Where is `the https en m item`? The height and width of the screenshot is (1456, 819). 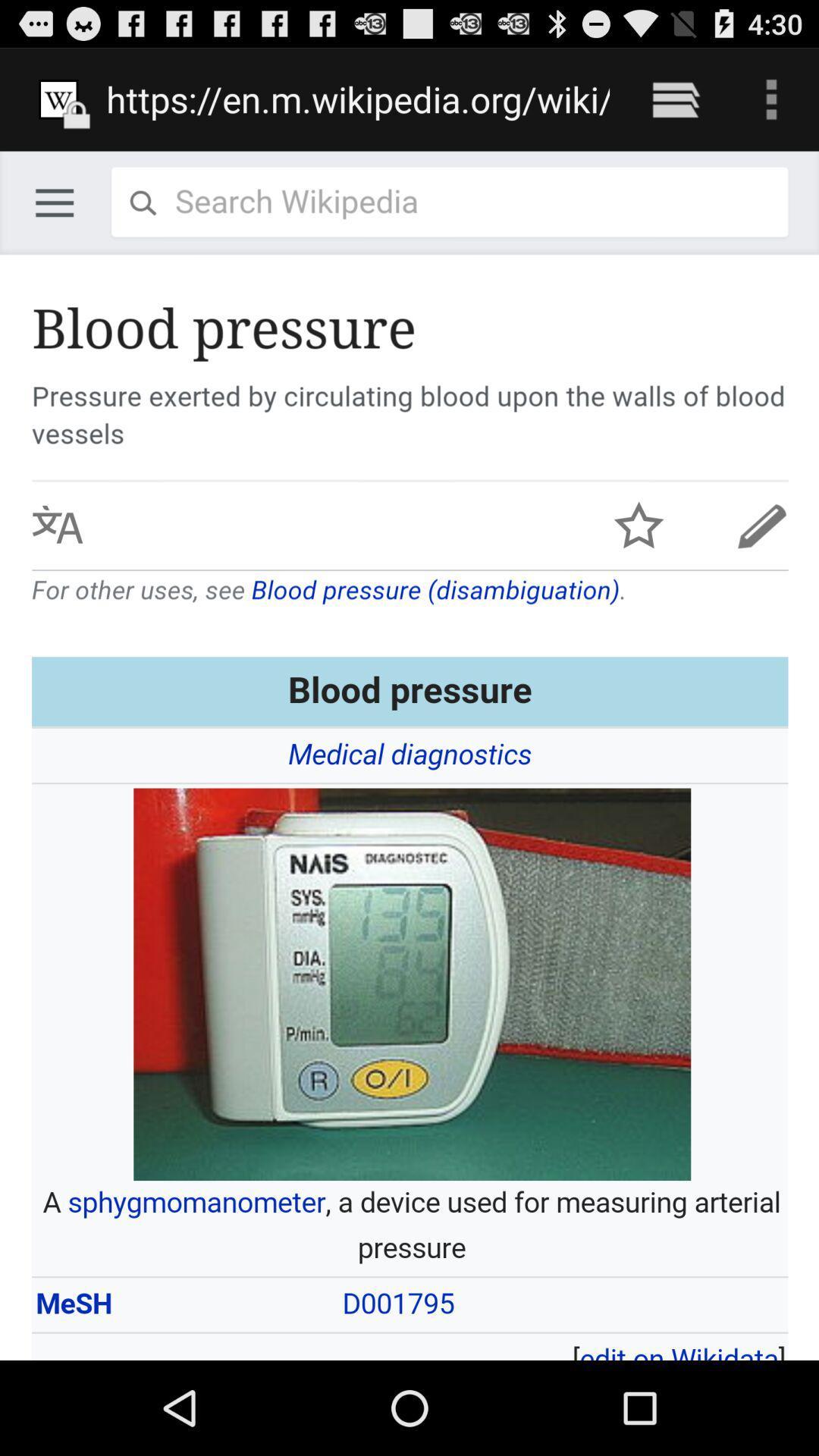
the https en m item is located at coordinates (358, 99).